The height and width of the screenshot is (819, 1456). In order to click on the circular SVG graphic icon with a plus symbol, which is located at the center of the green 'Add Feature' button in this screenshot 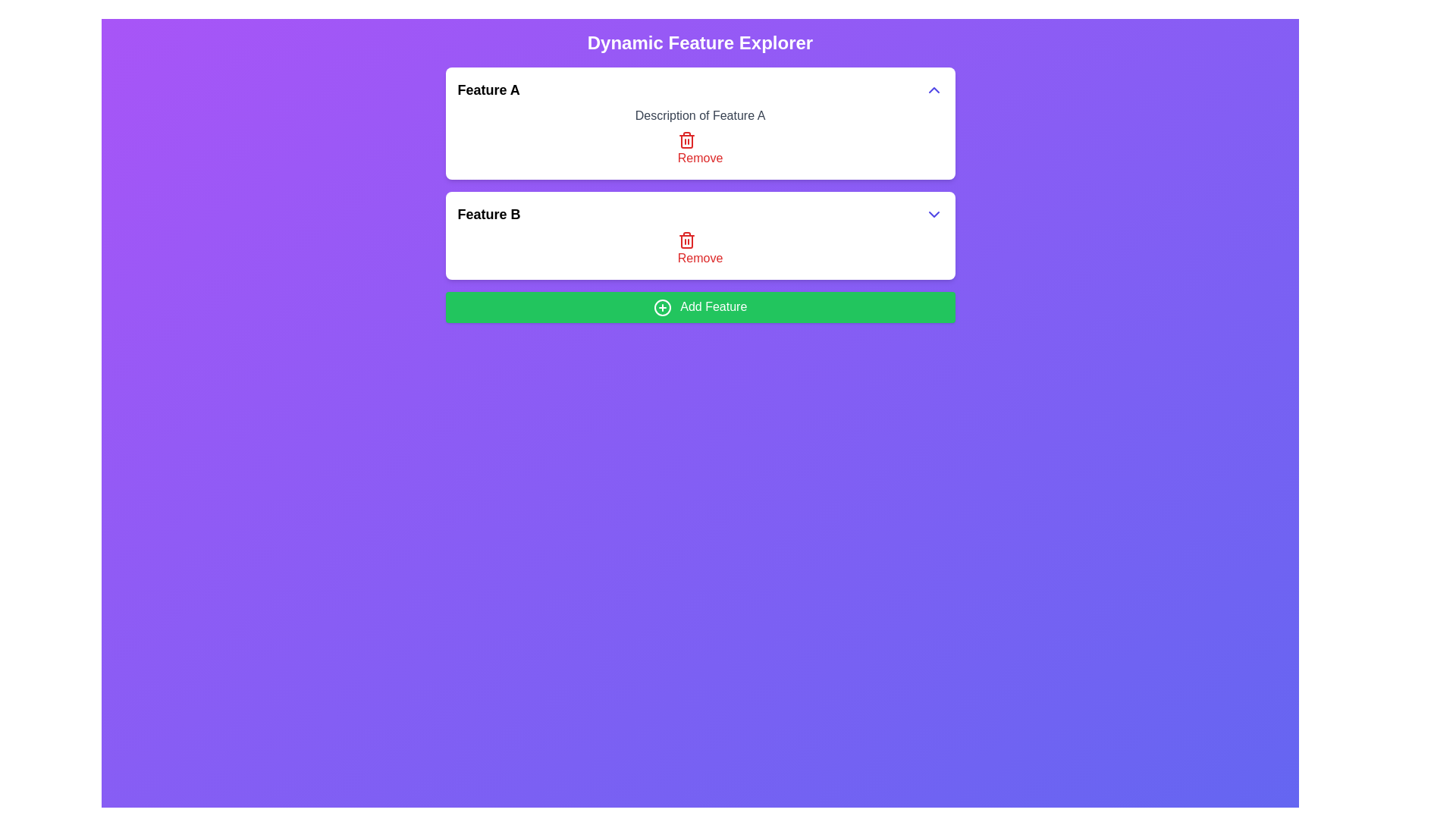, I will do `click(662, 307)`.